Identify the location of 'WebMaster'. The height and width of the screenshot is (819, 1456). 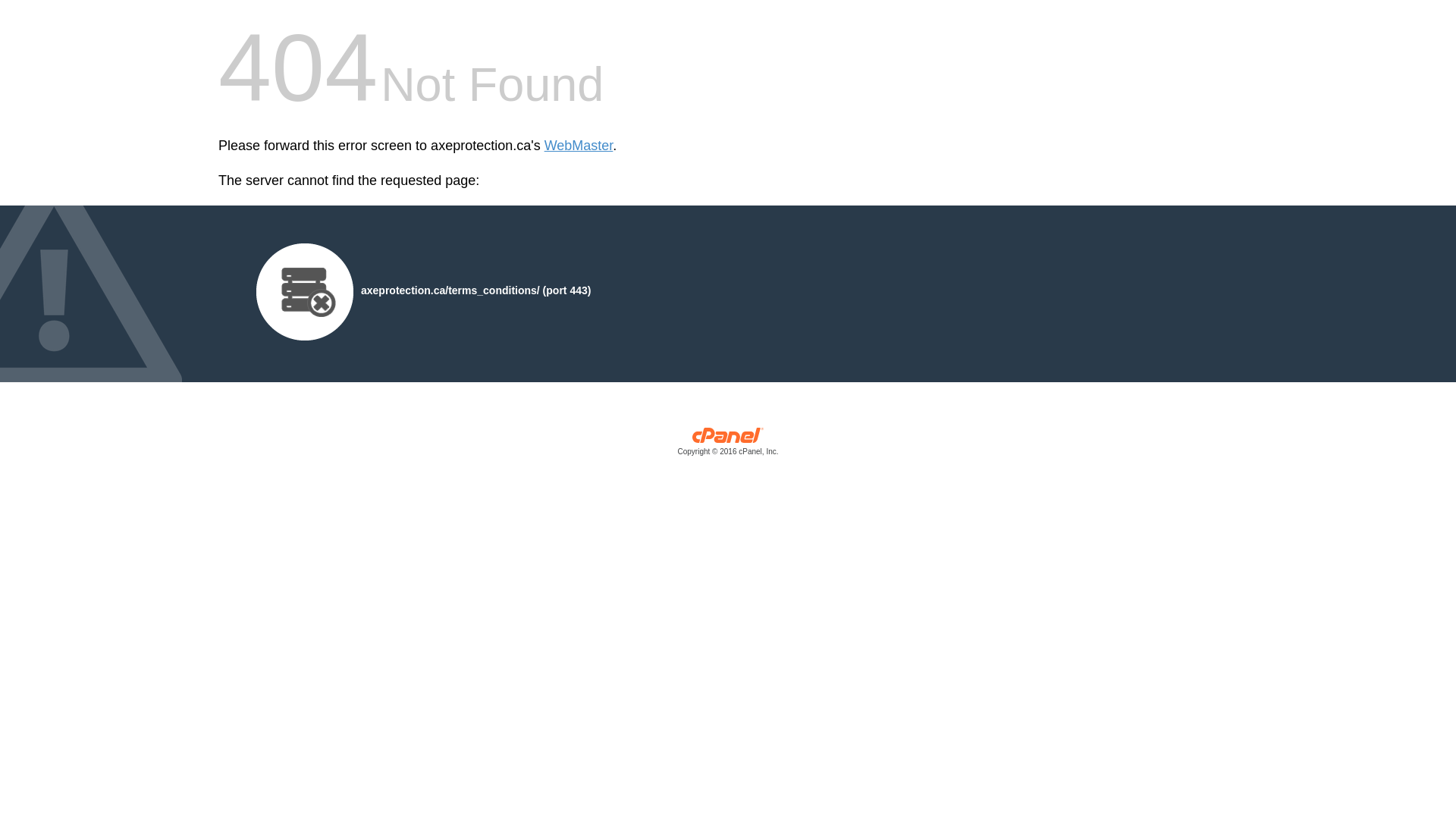
(578, 146).